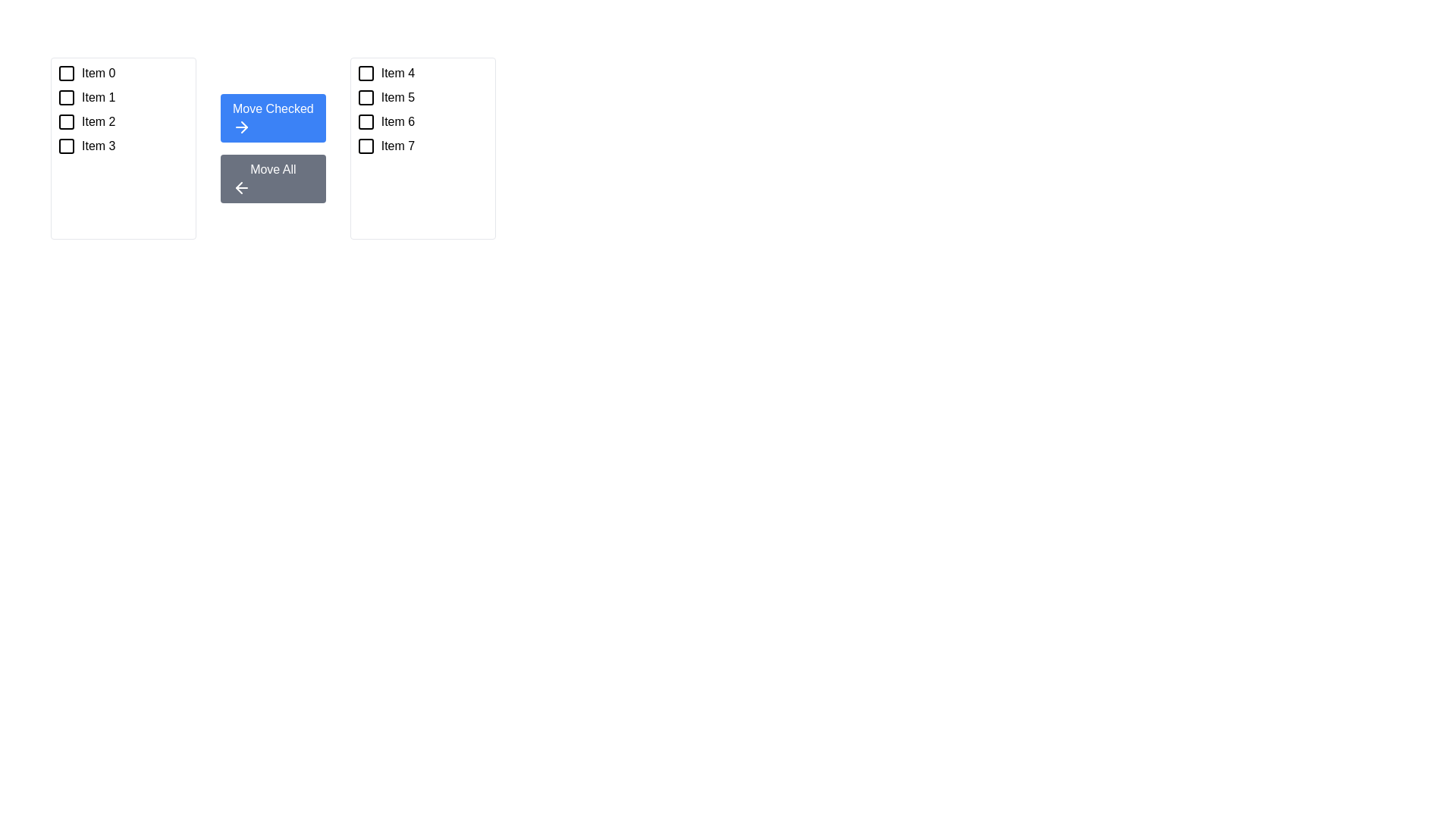  What do you see at coordinates (422, 146) in the screenshot?
I see `the checkbox labeled 'Item 7'` at bounding box center [422, 146].